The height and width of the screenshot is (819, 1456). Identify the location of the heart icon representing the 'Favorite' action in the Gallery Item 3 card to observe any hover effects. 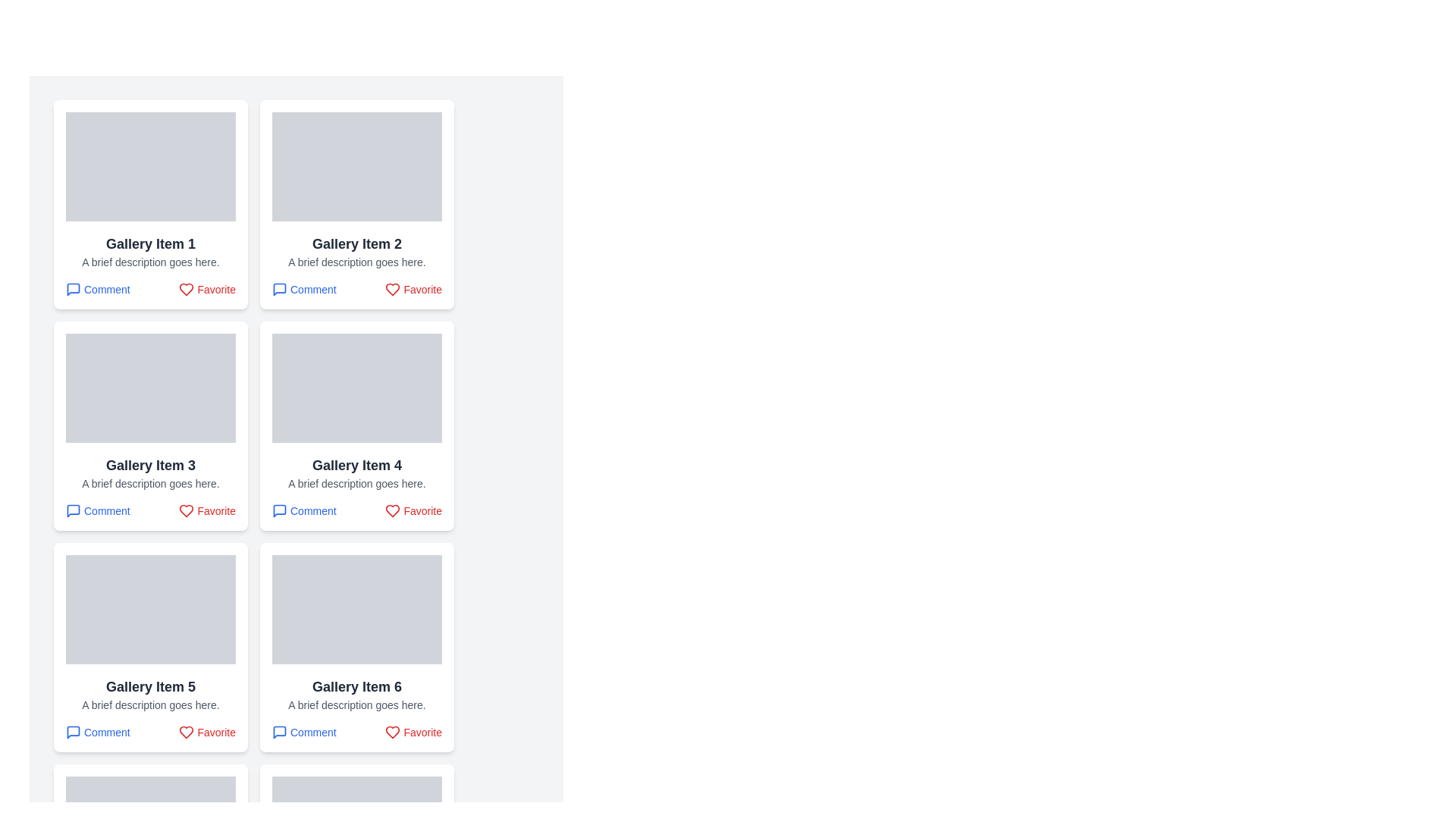
(186, 511).